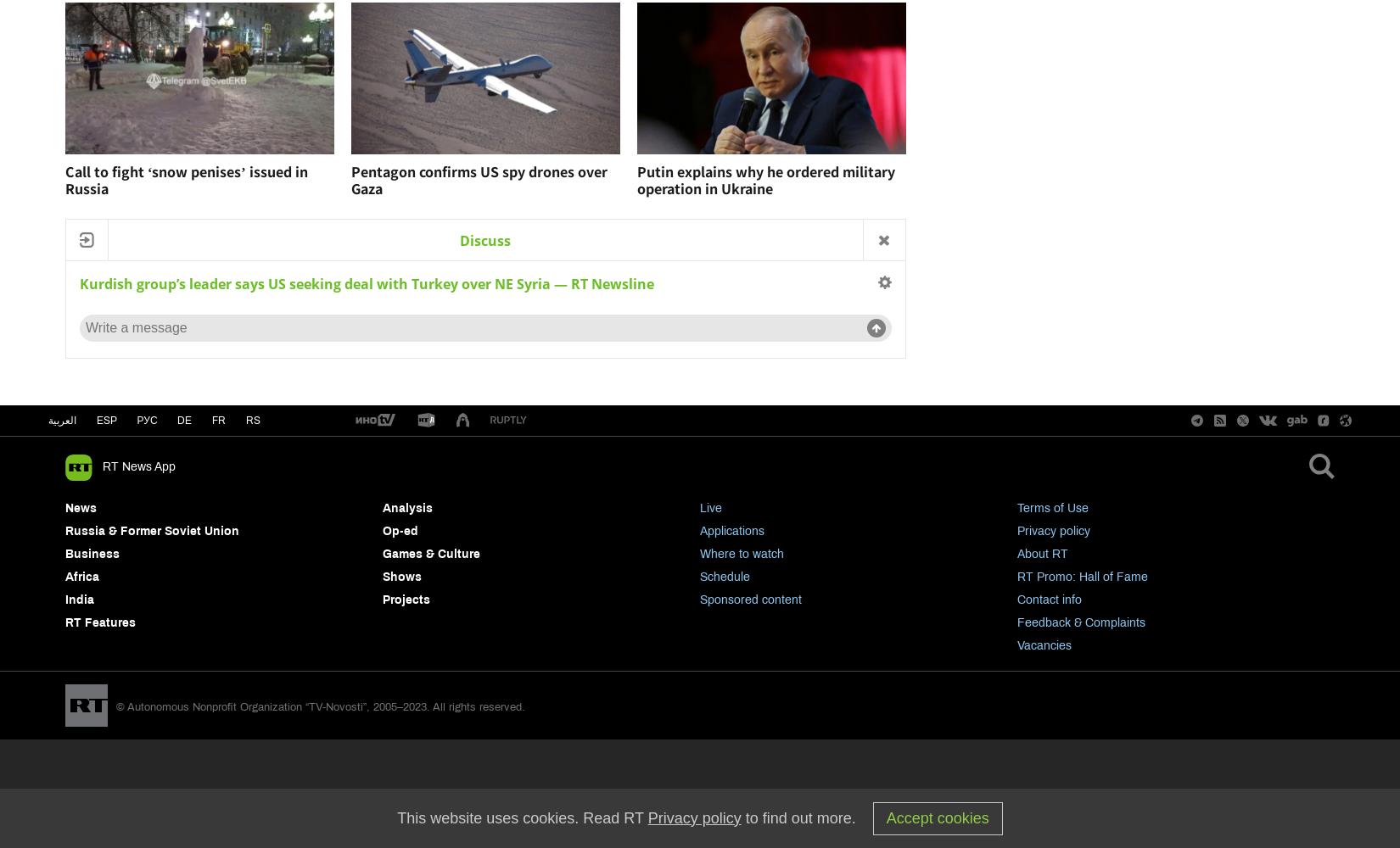  Describe the element at coordinates (219, 420) in the screenshot. I see `'fr'` at that location.